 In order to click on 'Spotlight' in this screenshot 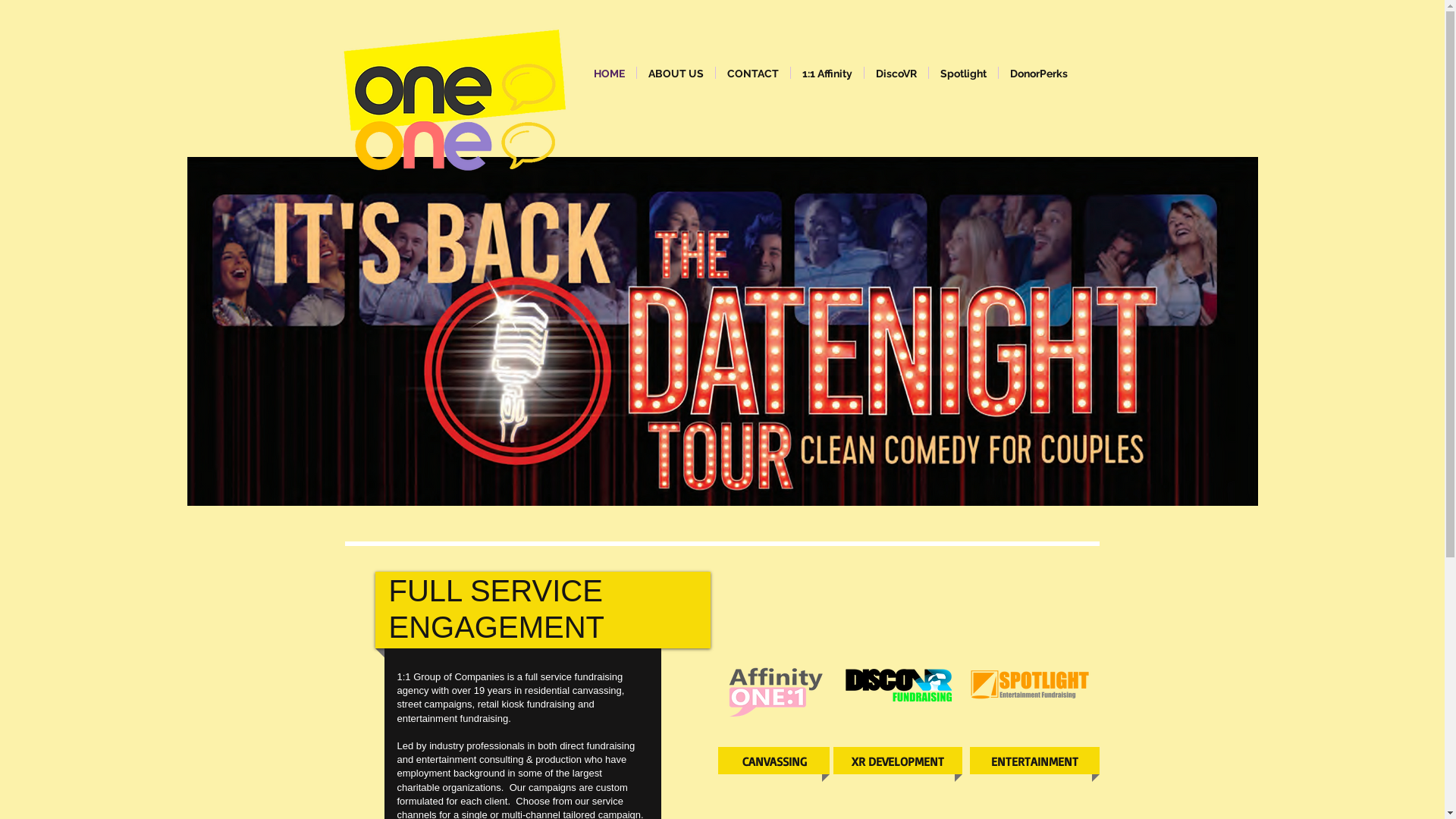, I will do `click(962, 73)`.